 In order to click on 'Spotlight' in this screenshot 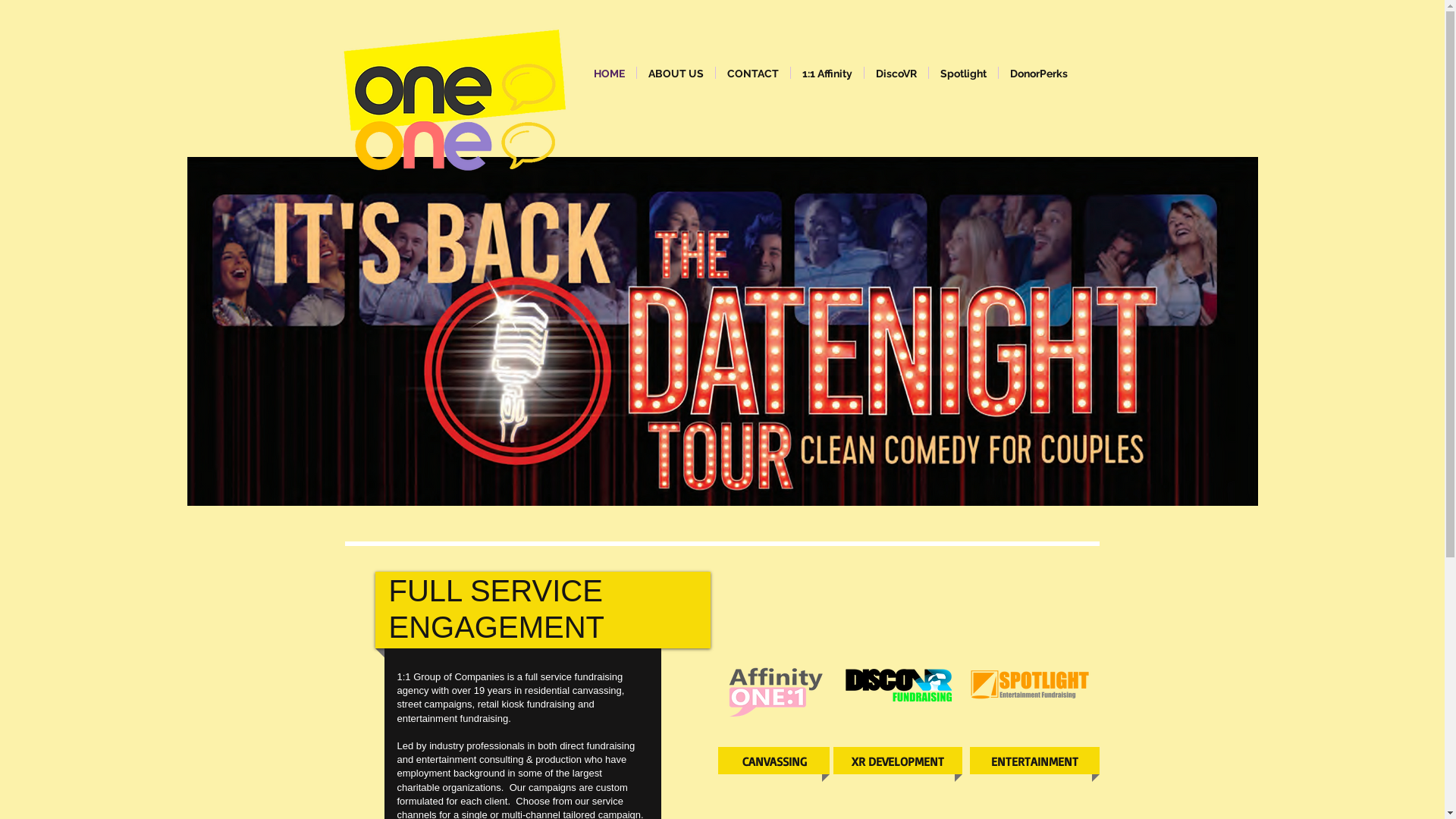, I will do `click(962, 73)`.